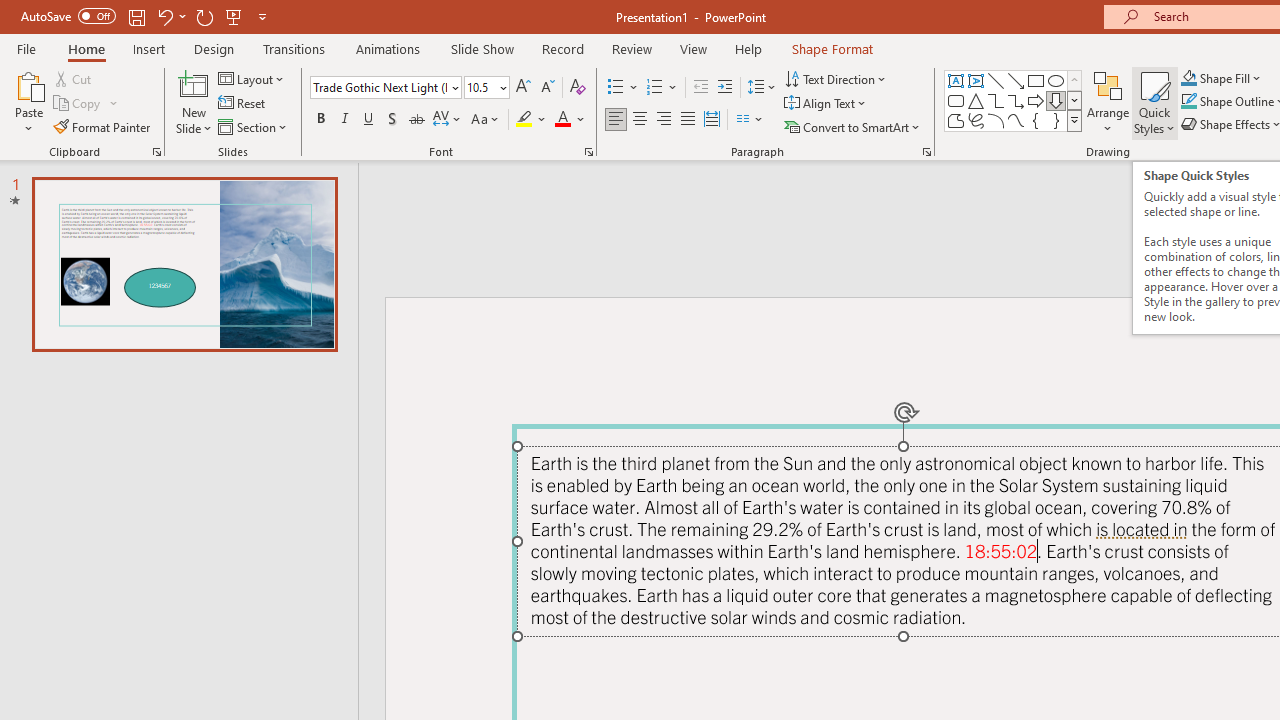  Describe the element at coordinates (1016, 100) in the screenshot. I see `'Connector: Elbow Arrow'` at that location.